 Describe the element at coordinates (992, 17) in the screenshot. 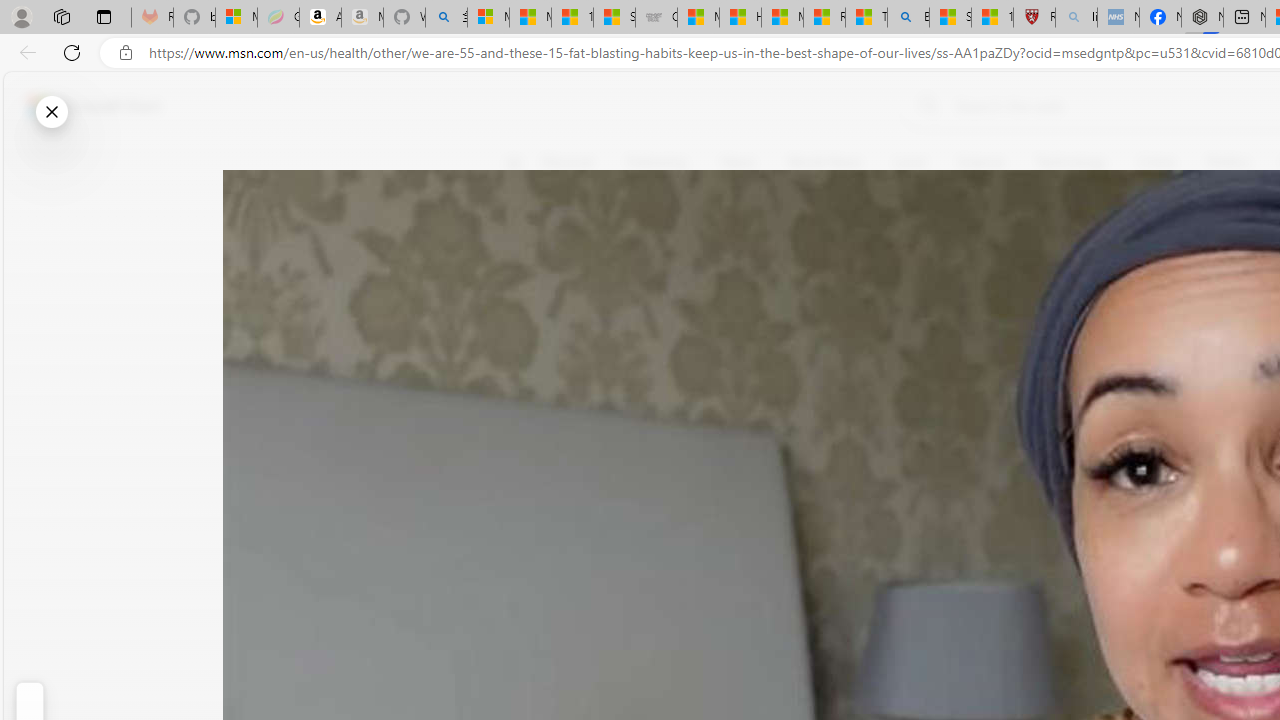

I see `'12 Popular Science Lies that Must be Corrected'` at that location.